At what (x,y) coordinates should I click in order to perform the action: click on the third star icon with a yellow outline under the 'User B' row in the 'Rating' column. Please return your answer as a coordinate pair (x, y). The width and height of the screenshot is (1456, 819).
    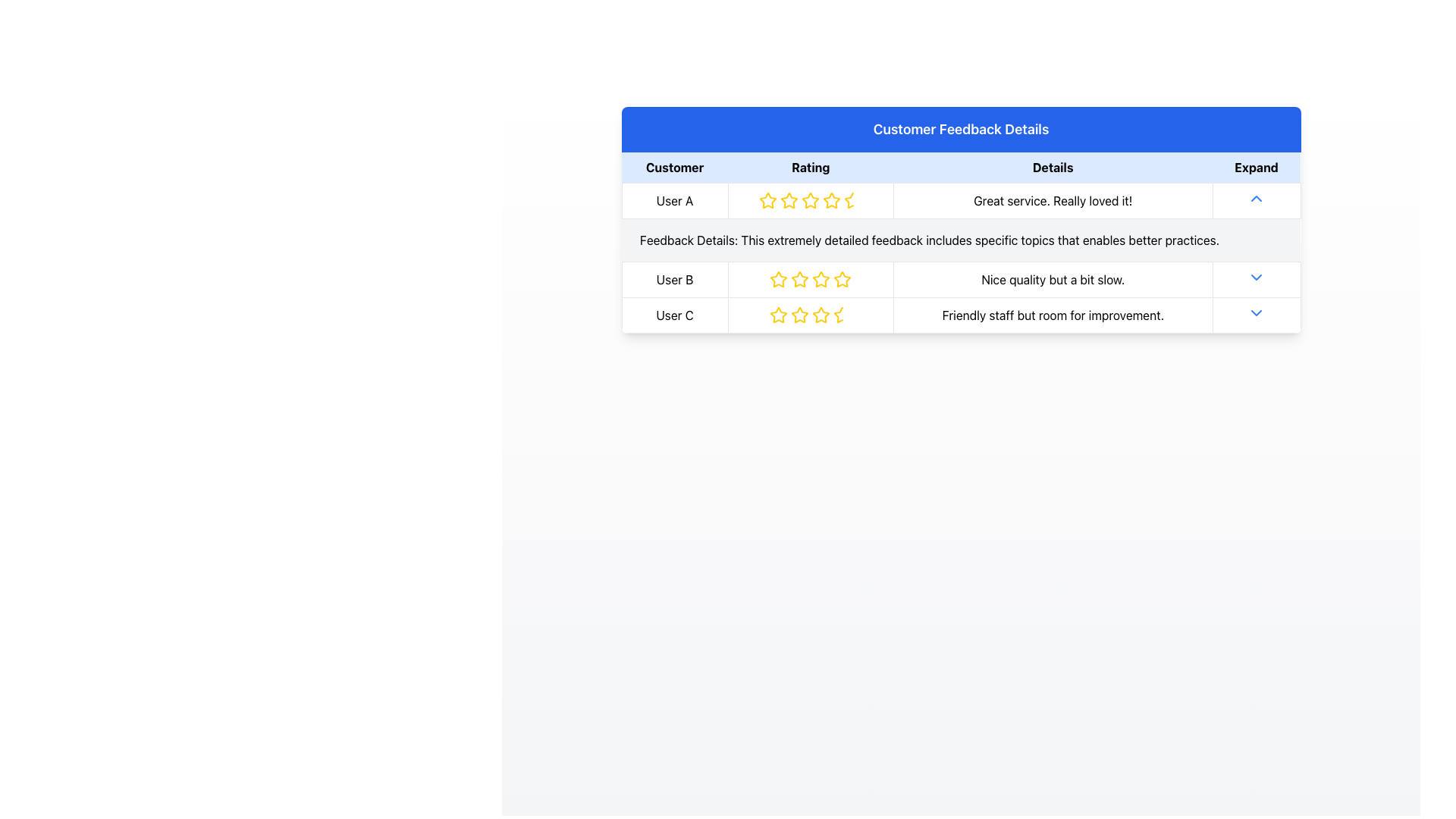
    Looking at the image, I should click on (799, 280).